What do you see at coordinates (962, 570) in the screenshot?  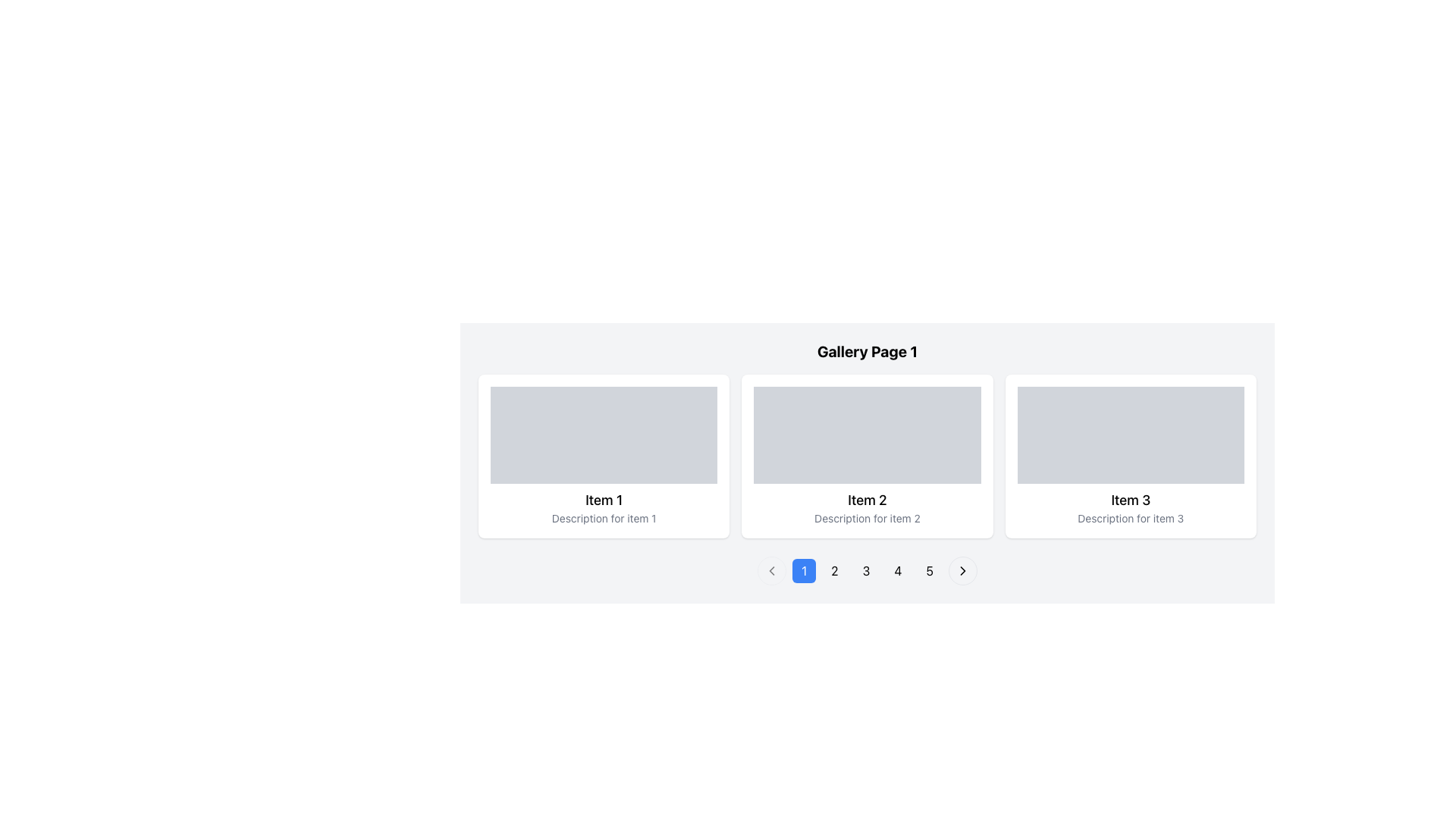 I see `the circular button with a right-pointing chevron icon at the far-right end of the pagination controls` at bounding box center [962, 570].